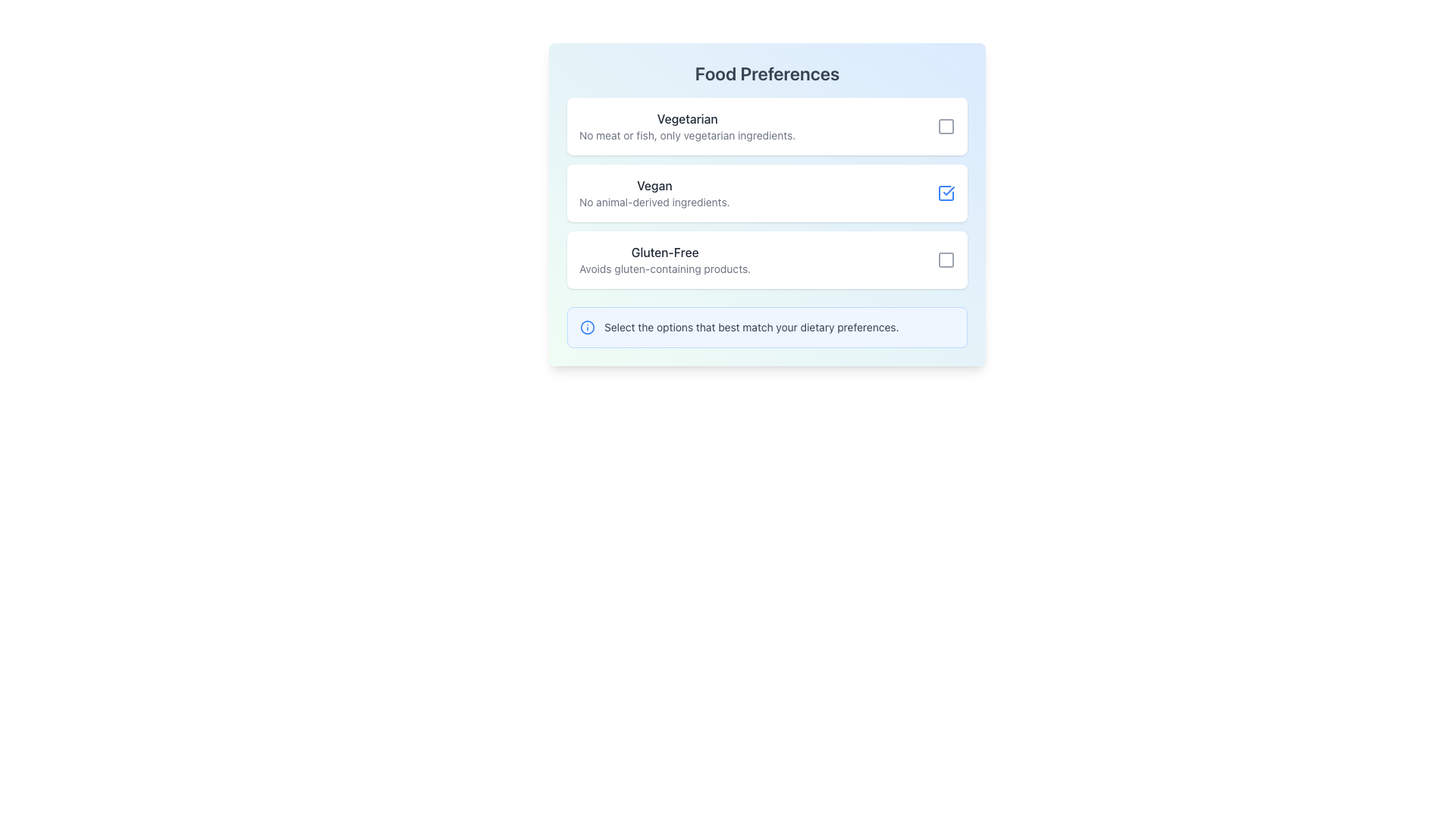 The width and height of the screenshot is (1456, 819). What do you see at coordinates (946, 192) in the screenshot?
I see `the selected checkbox with a blue outline and checkmark inside the 'Vegan' preference section` at bounding box center [946, 192].